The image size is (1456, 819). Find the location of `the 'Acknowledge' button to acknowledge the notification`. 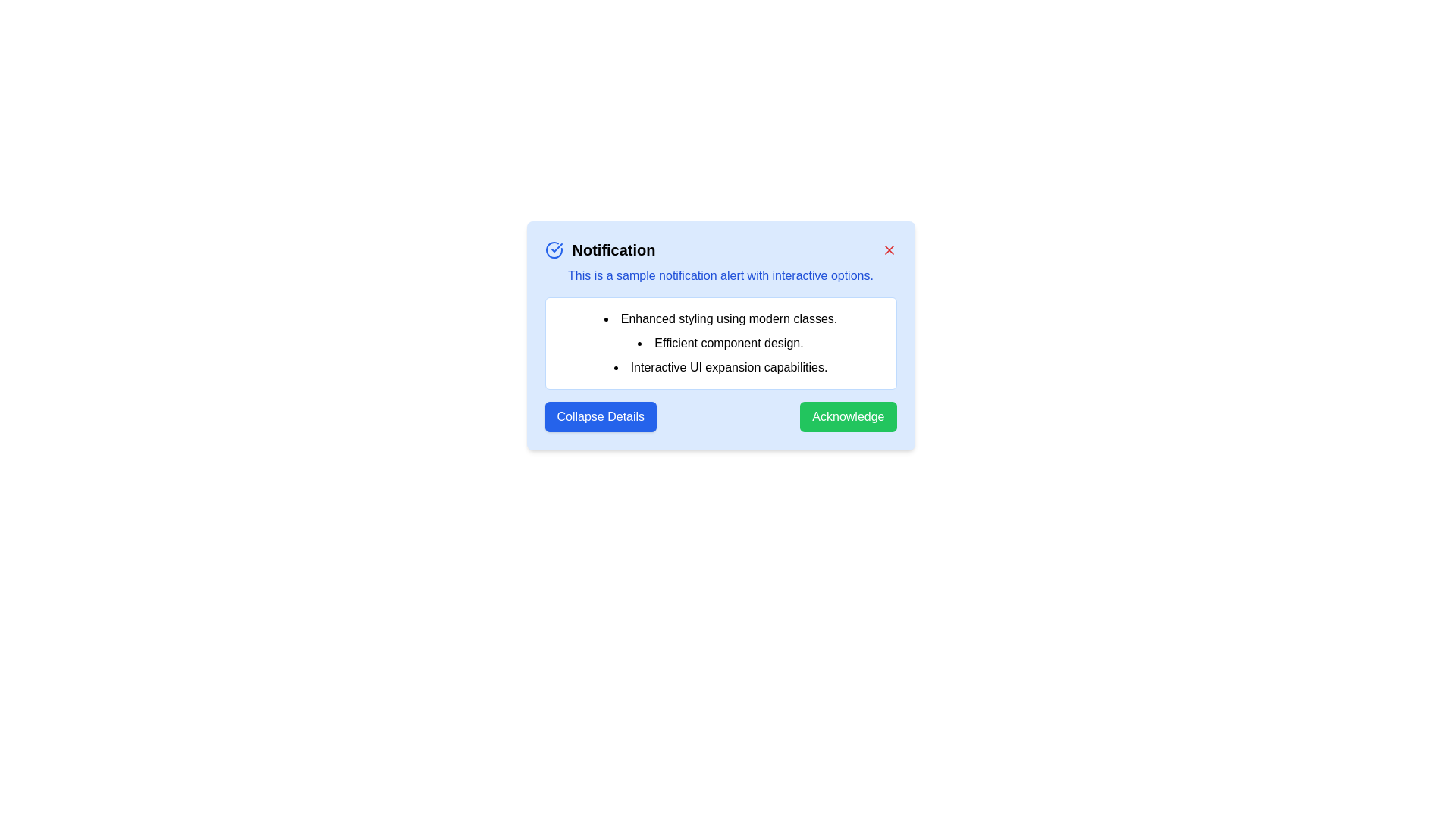

the 'Acknowledge' button to acknowledge the notification is located at coordinates (847, 417).